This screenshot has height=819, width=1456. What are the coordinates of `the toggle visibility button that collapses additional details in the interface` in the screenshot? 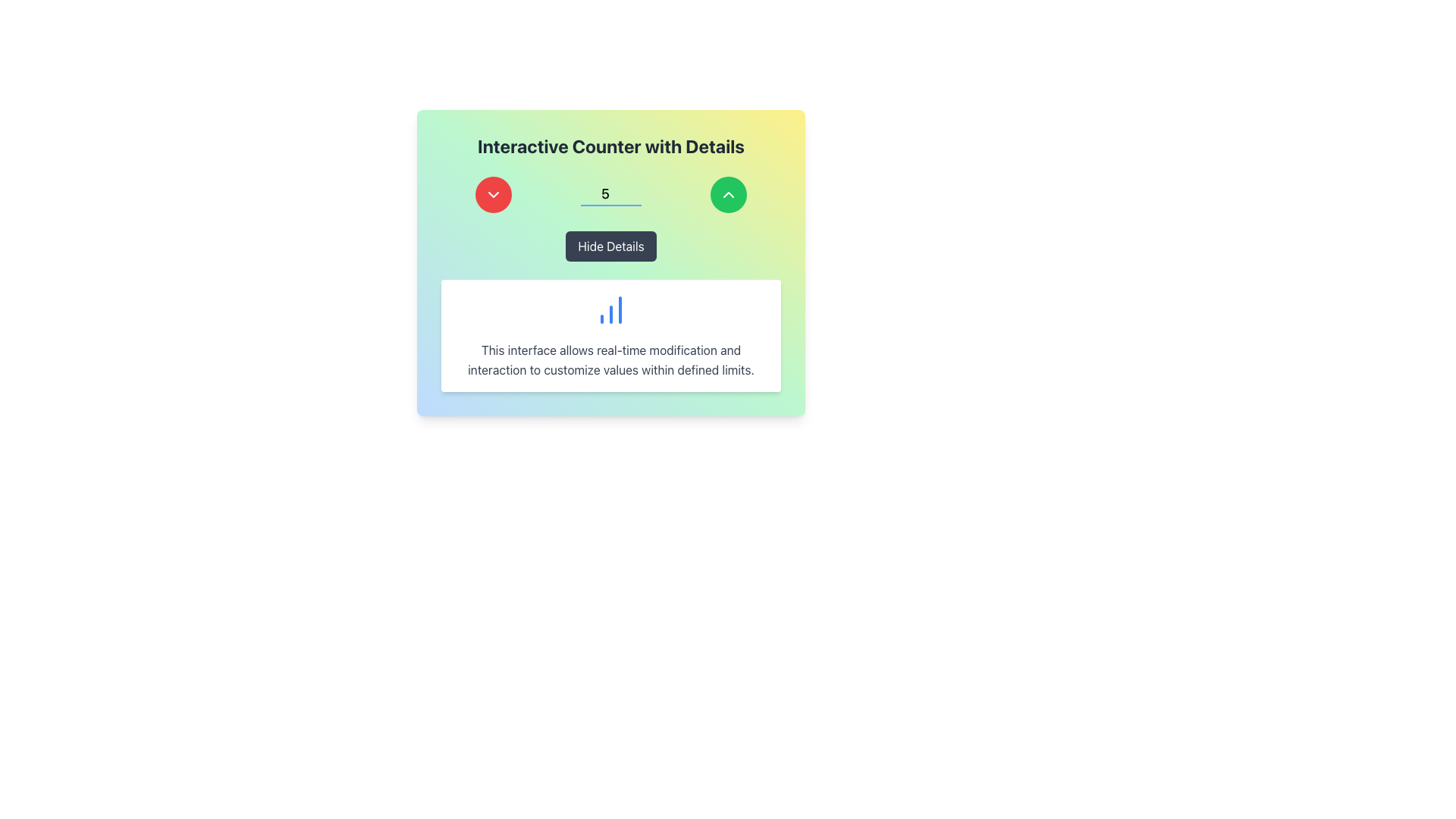 It's located at (611, 245).